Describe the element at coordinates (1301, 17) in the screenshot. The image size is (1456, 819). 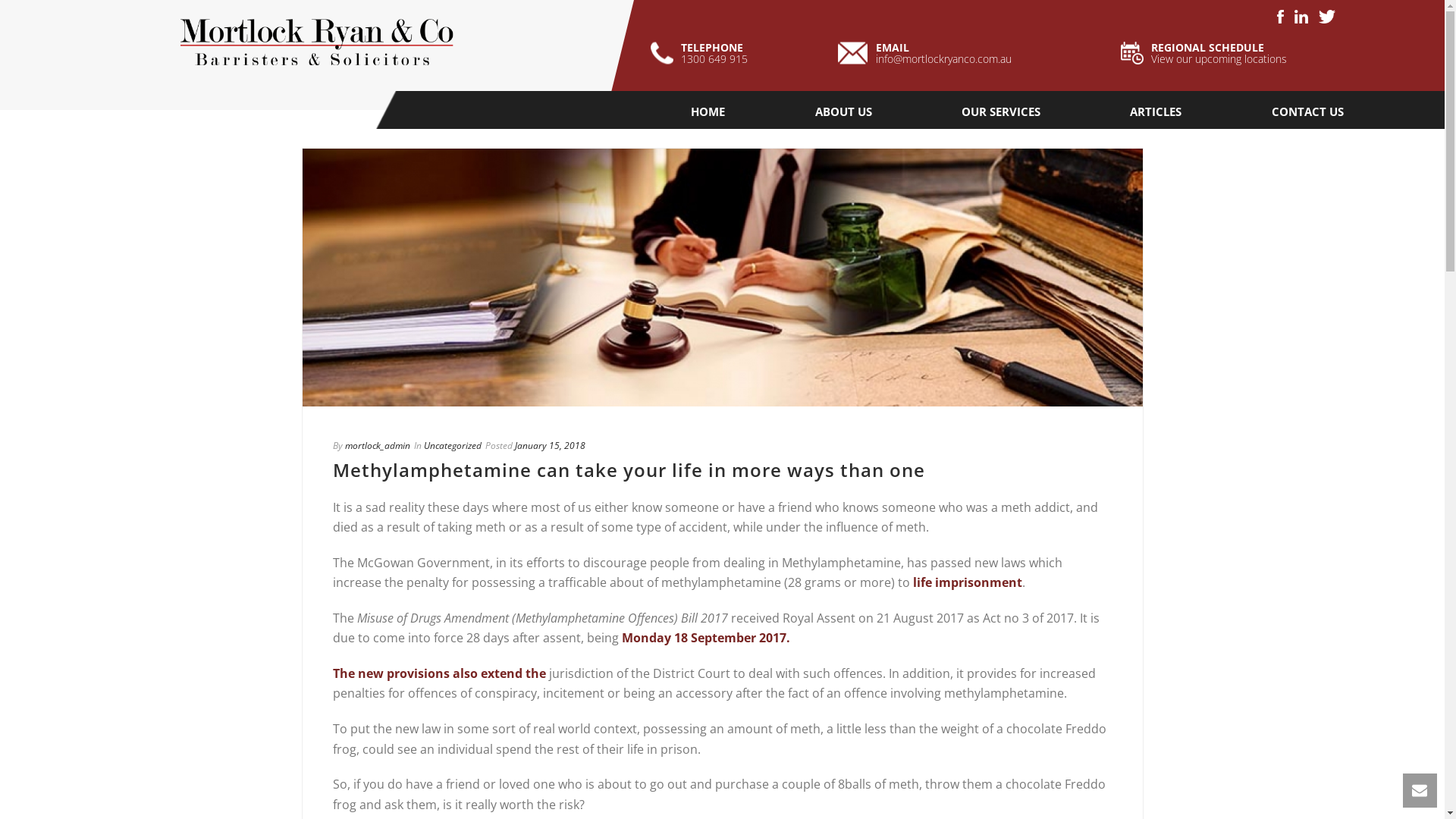
I see `'linkedin'` at that location.